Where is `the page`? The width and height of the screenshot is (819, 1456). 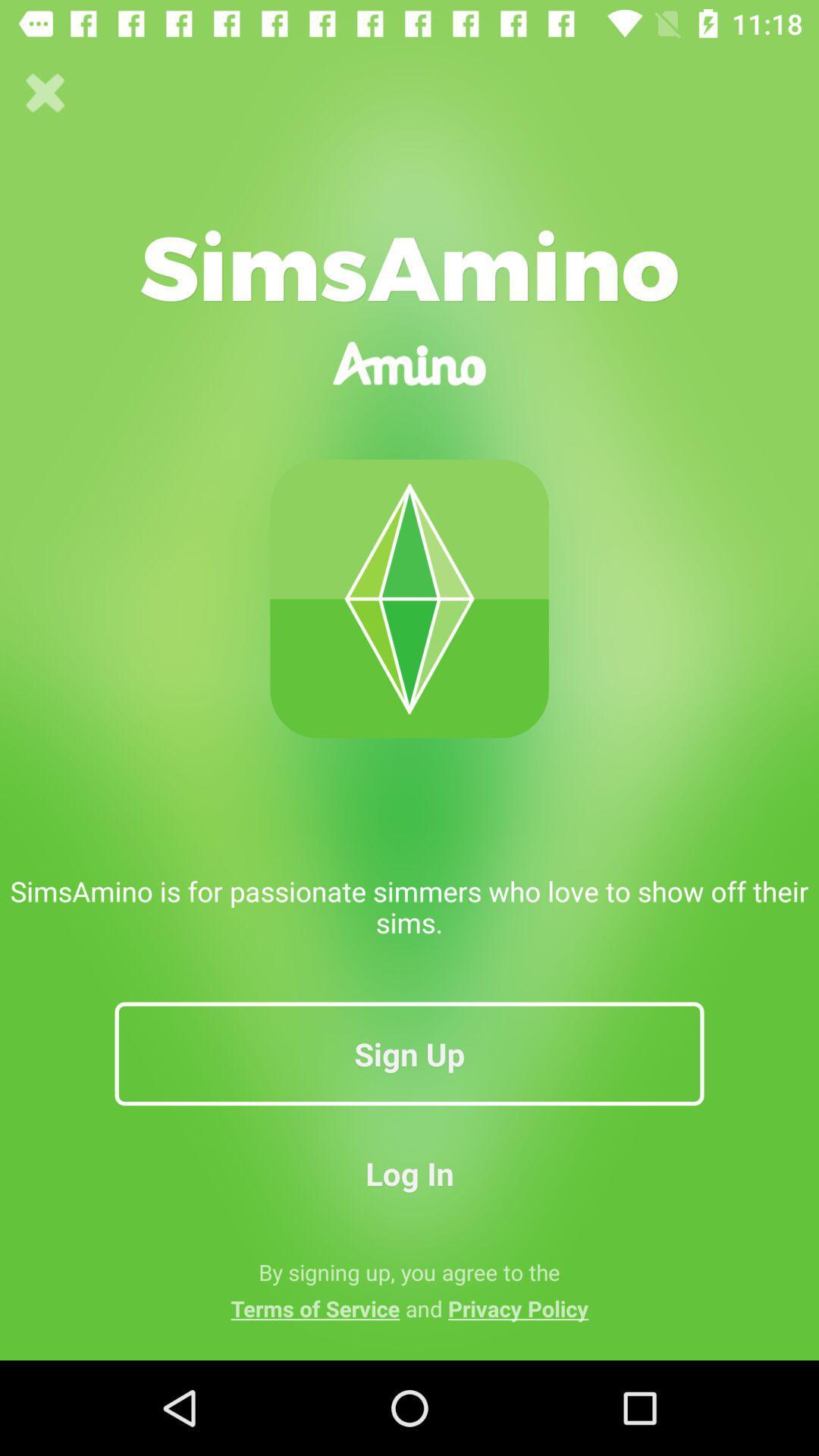 the page is located at coordinates (45, 93).